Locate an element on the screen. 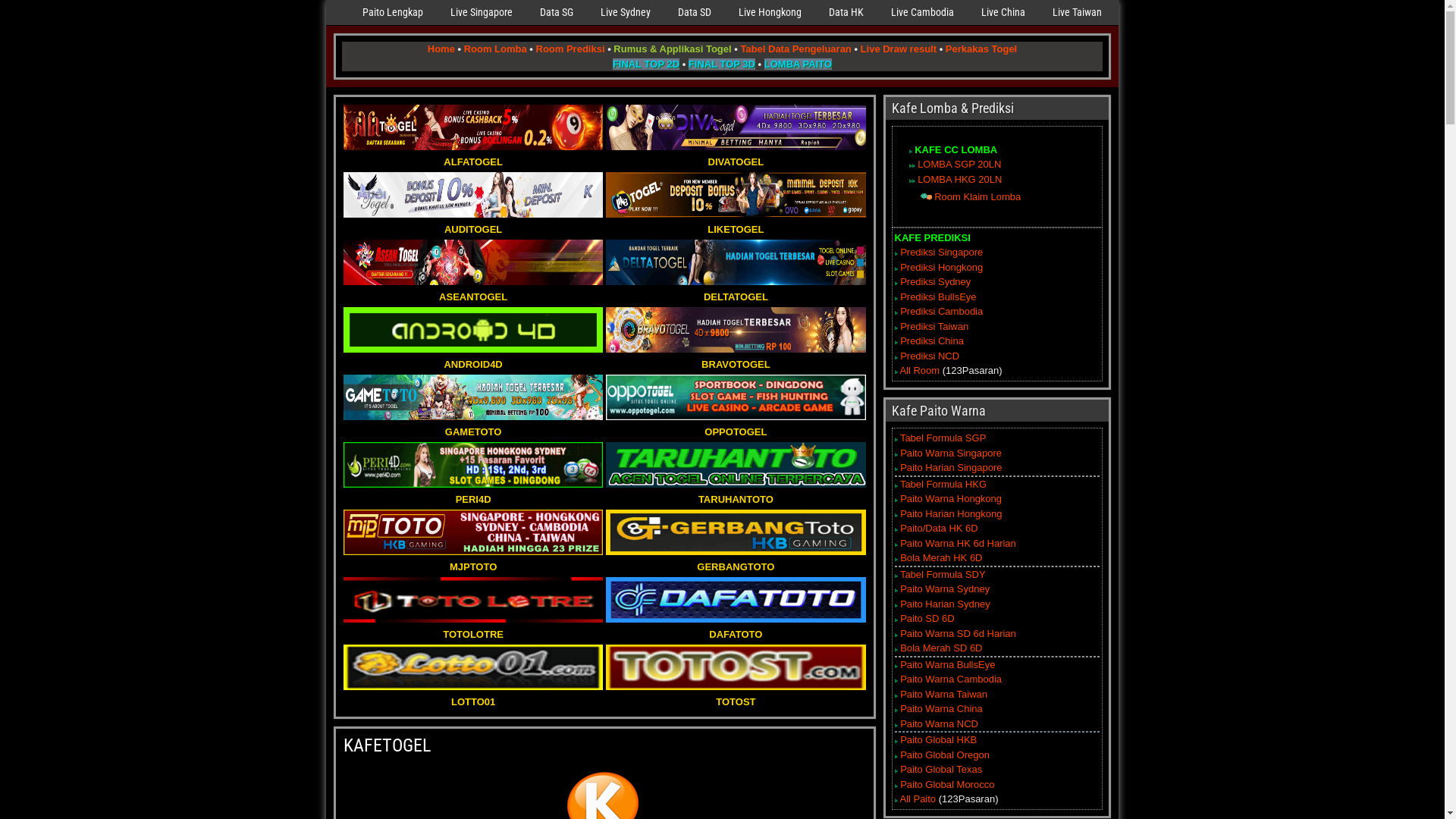 The image size is (1456, 819). 'Tabel Formula SDY' is located at coordinates (942, 574).